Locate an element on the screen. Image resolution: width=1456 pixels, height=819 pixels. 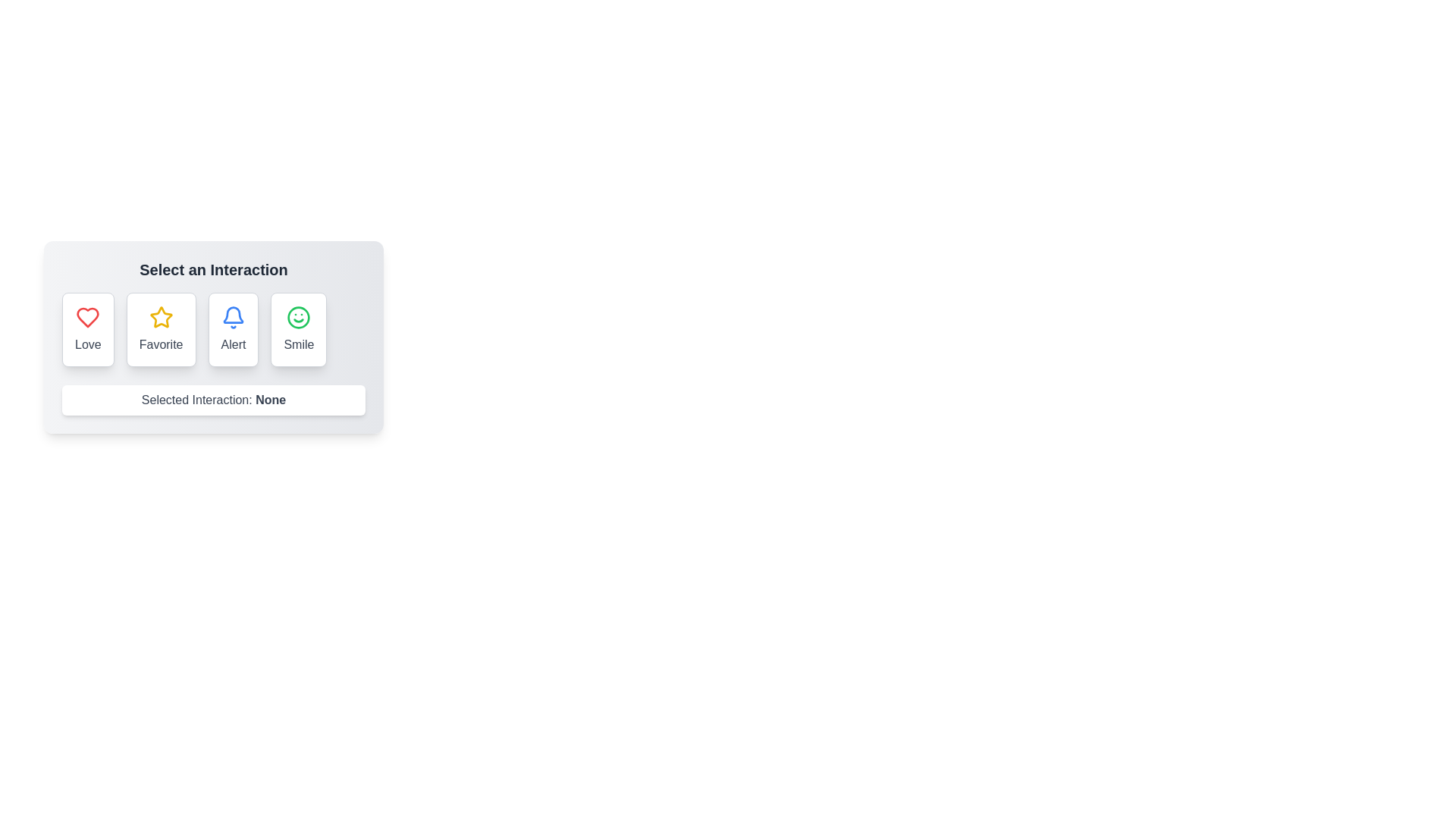
the interaction by clicking on the Smile button is located at coordinates (298, 329).